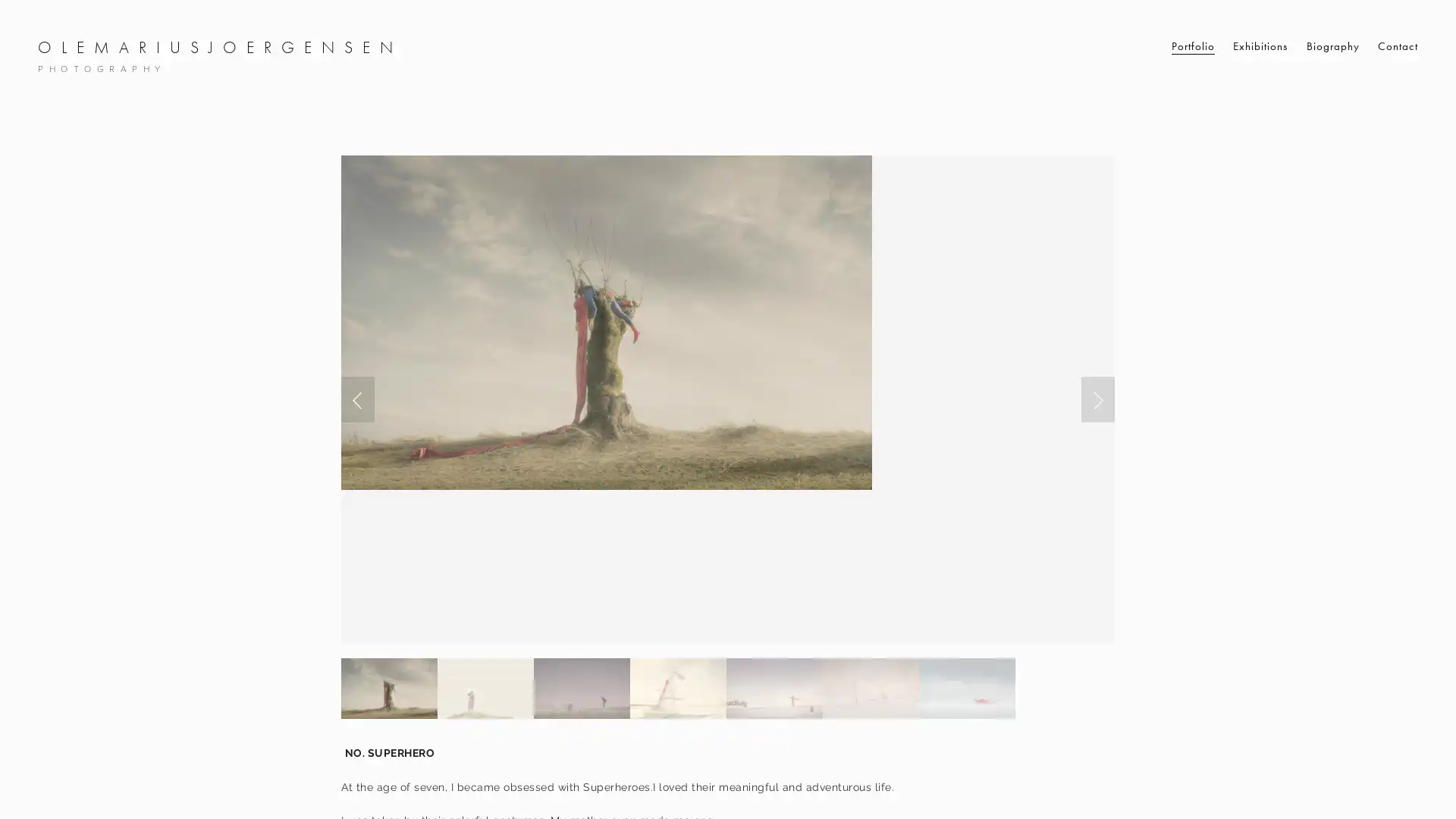 The image size is (1456, 819). I want to click on Previous Slide, so click(356, 397).